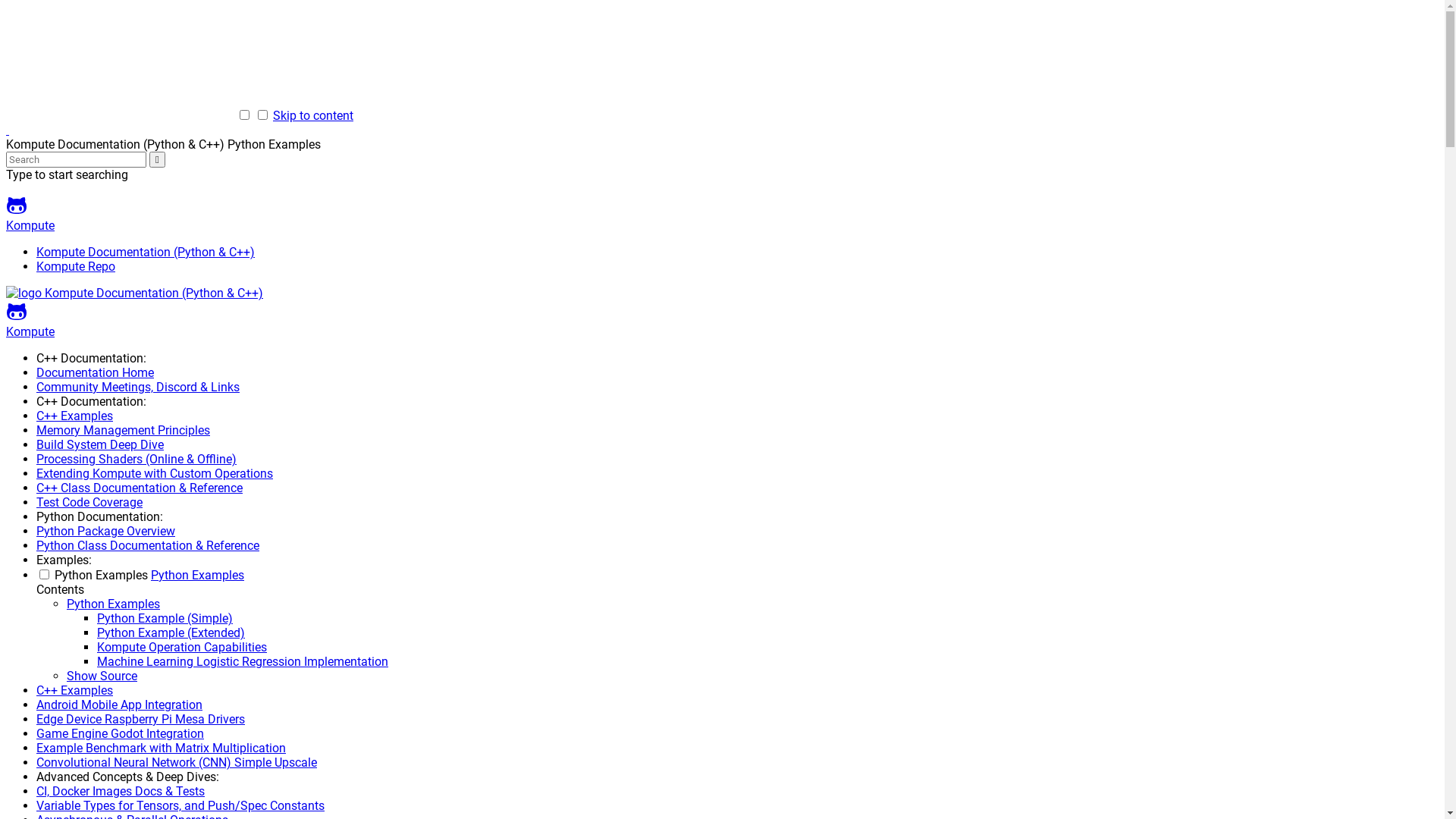 This screenshot has width=1456, height=819. Describe the element at coordinates (196, 575) in the screenshot. I see `'Python Examples'` at that location.